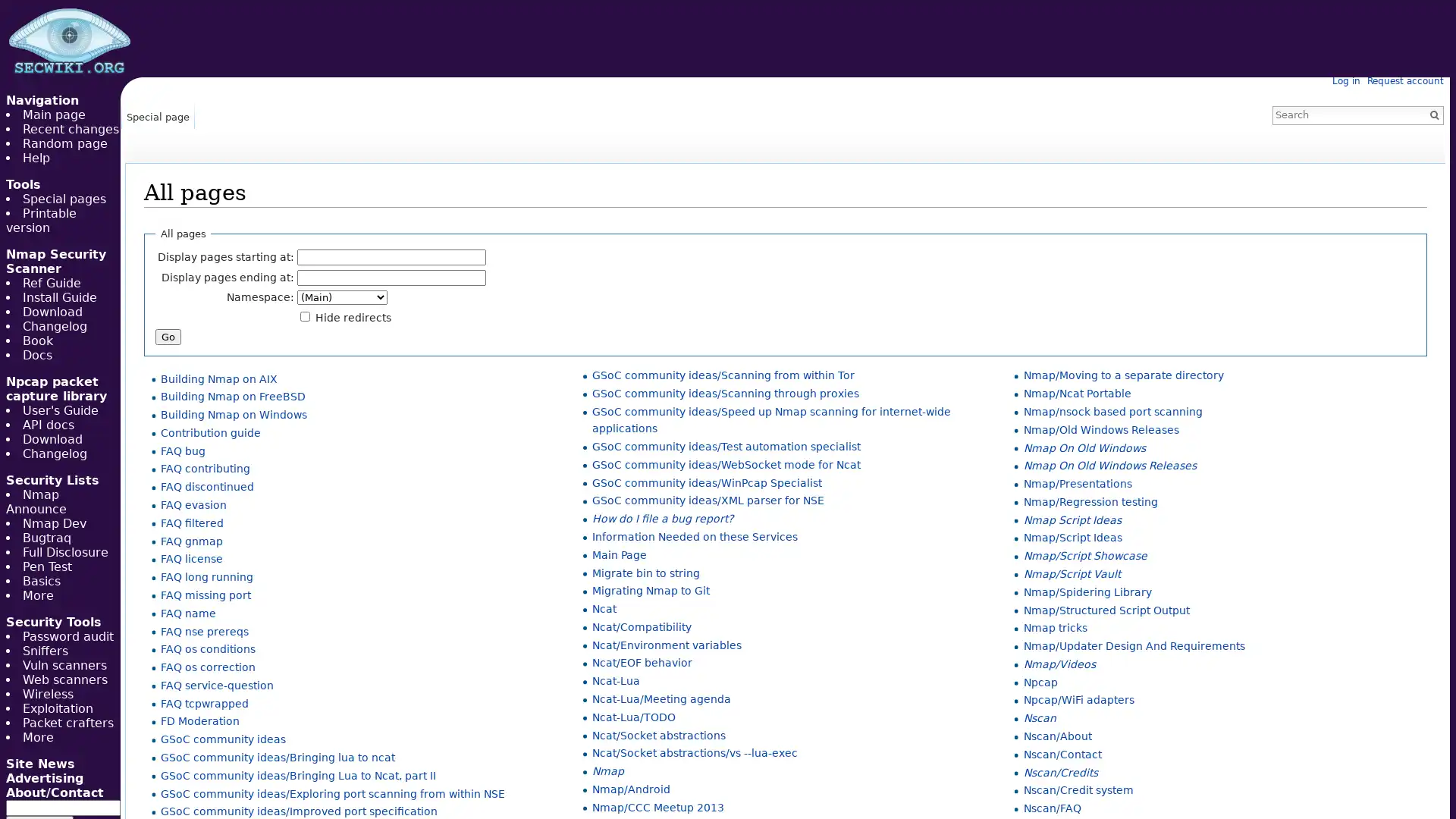 This screenshot has height=819, width=1456. Describe the element at coordinates (168, 335) in the screenshot. I see `Go` at that location.